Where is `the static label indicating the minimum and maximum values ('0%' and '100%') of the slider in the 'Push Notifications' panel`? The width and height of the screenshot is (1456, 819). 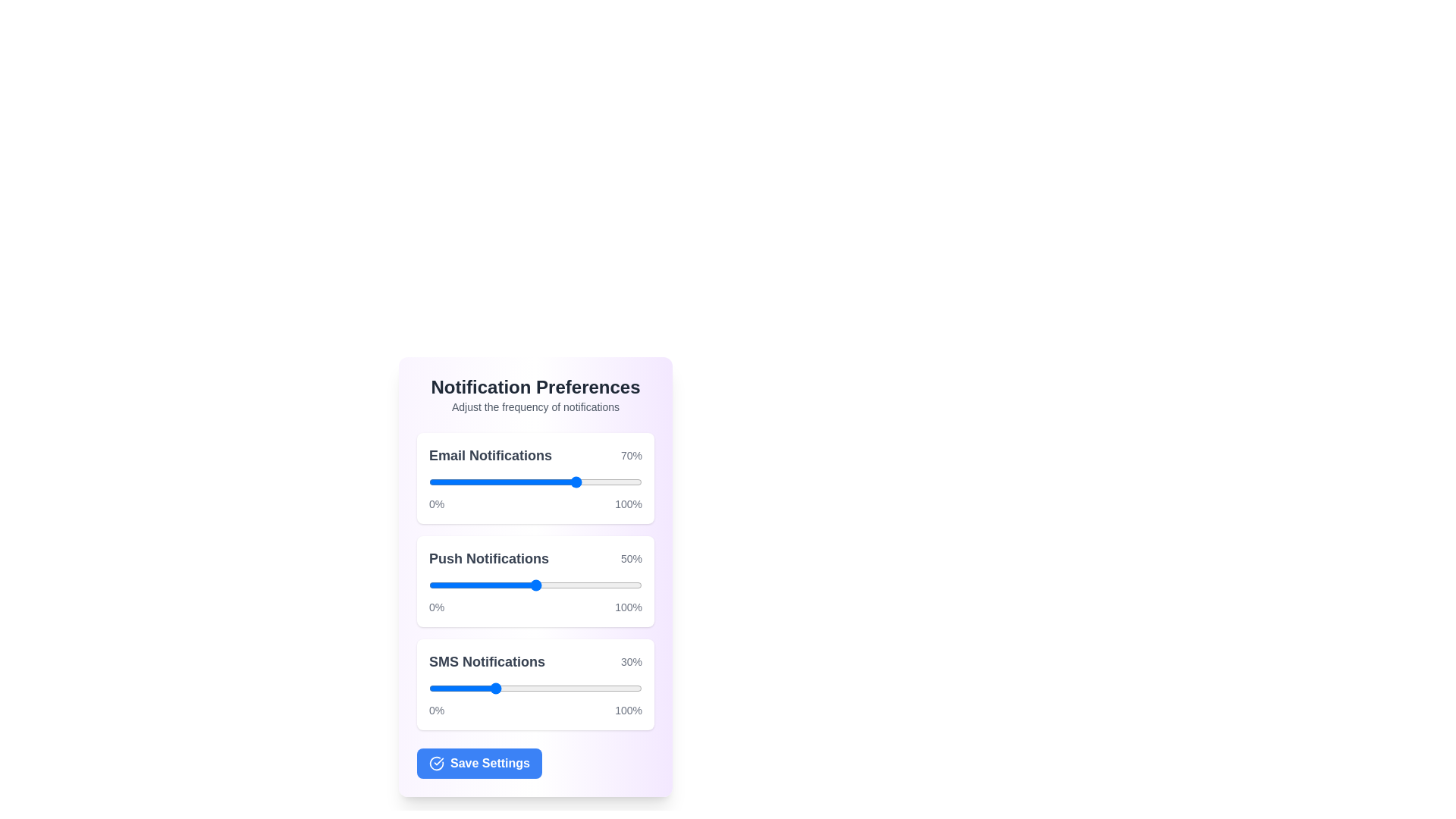 the static label indicating the minimum and maximum values ('0%' and '100%') of the slider in the 'Push Notifications' panel is located at coordinates (535, 607).